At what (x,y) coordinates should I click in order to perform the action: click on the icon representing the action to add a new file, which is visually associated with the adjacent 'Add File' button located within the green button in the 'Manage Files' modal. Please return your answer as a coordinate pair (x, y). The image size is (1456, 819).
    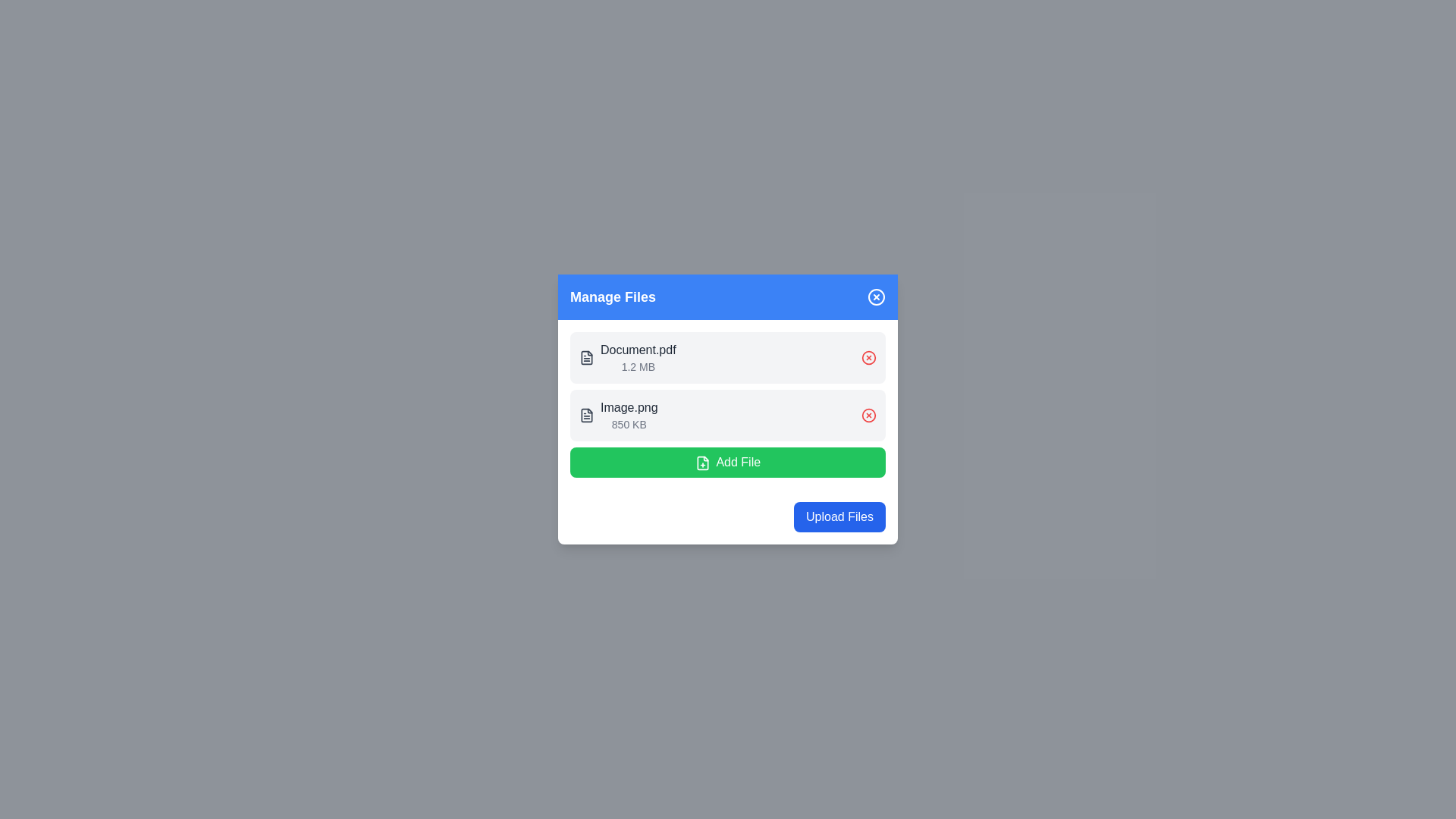
    Looking at the image, I should click on (701, 462).